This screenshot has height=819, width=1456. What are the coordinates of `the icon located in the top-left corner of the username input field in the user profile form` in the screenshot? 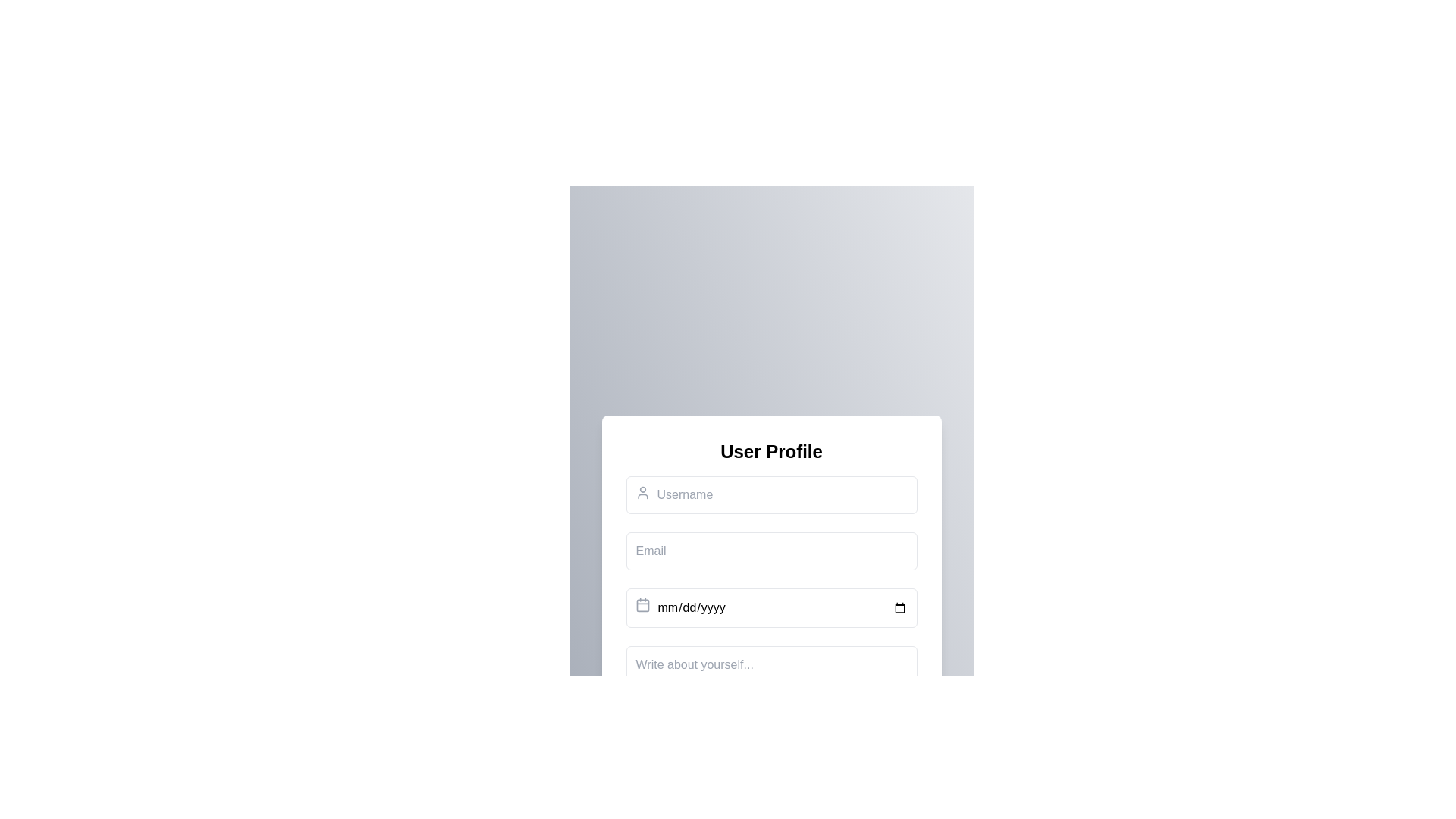 It's located at (642, 493).